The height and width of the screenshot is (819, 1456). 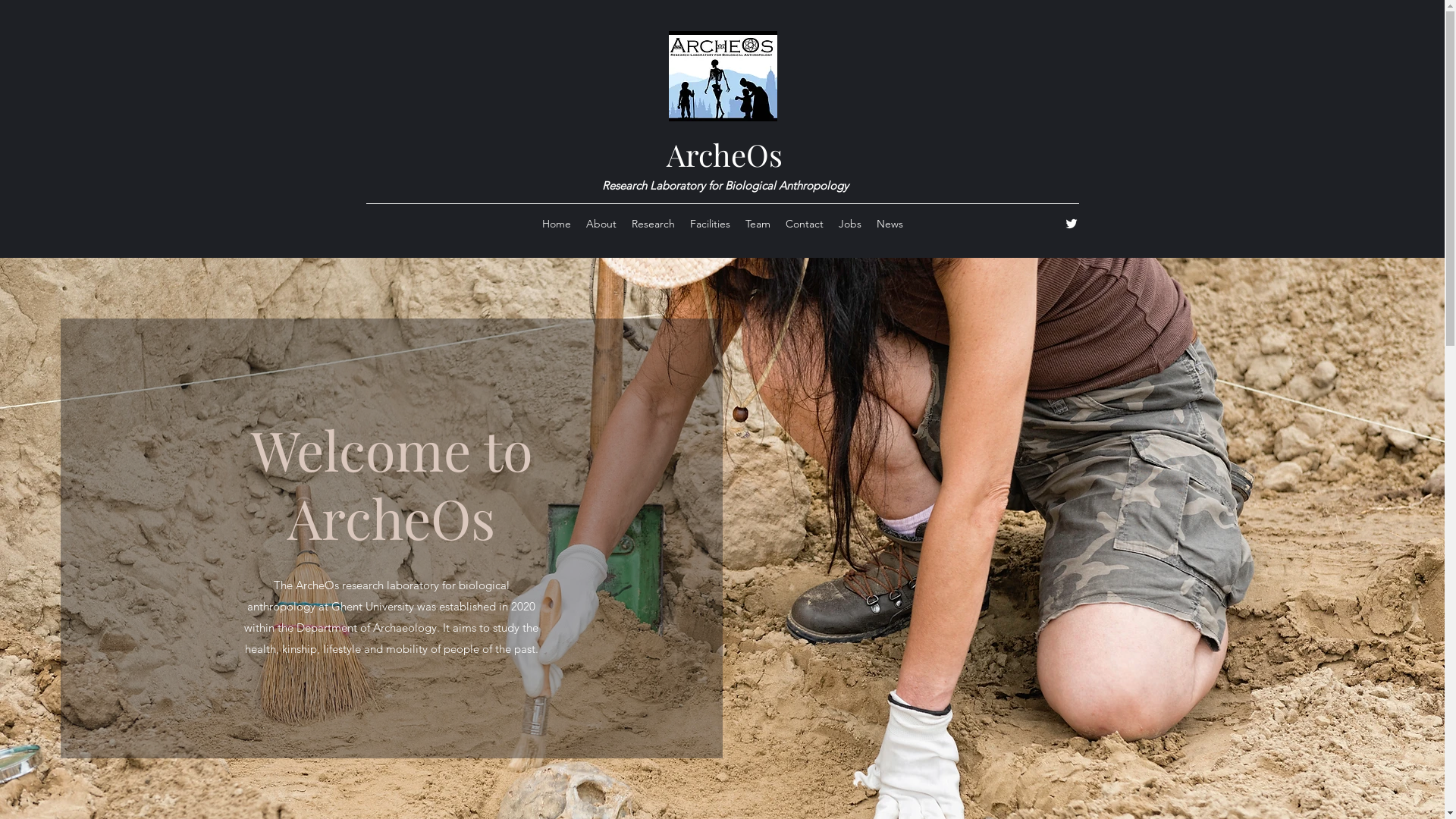 I want to click on 'Research', so click(x=652, y=223).